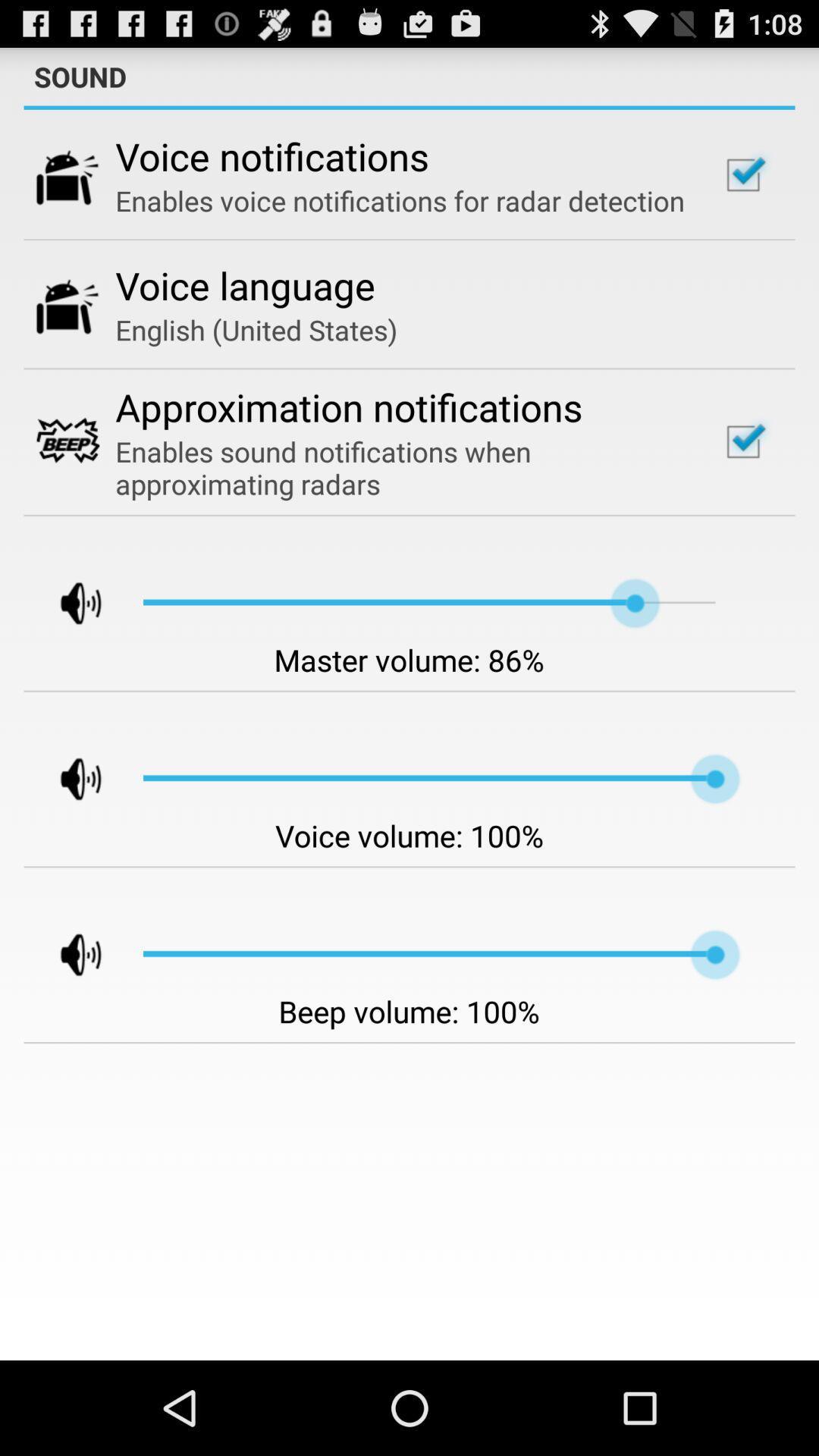 Image resolution: width=819 pixels, height=1456 pixels. I want to click on the item below enables voice notifications app, so click(244, 285).